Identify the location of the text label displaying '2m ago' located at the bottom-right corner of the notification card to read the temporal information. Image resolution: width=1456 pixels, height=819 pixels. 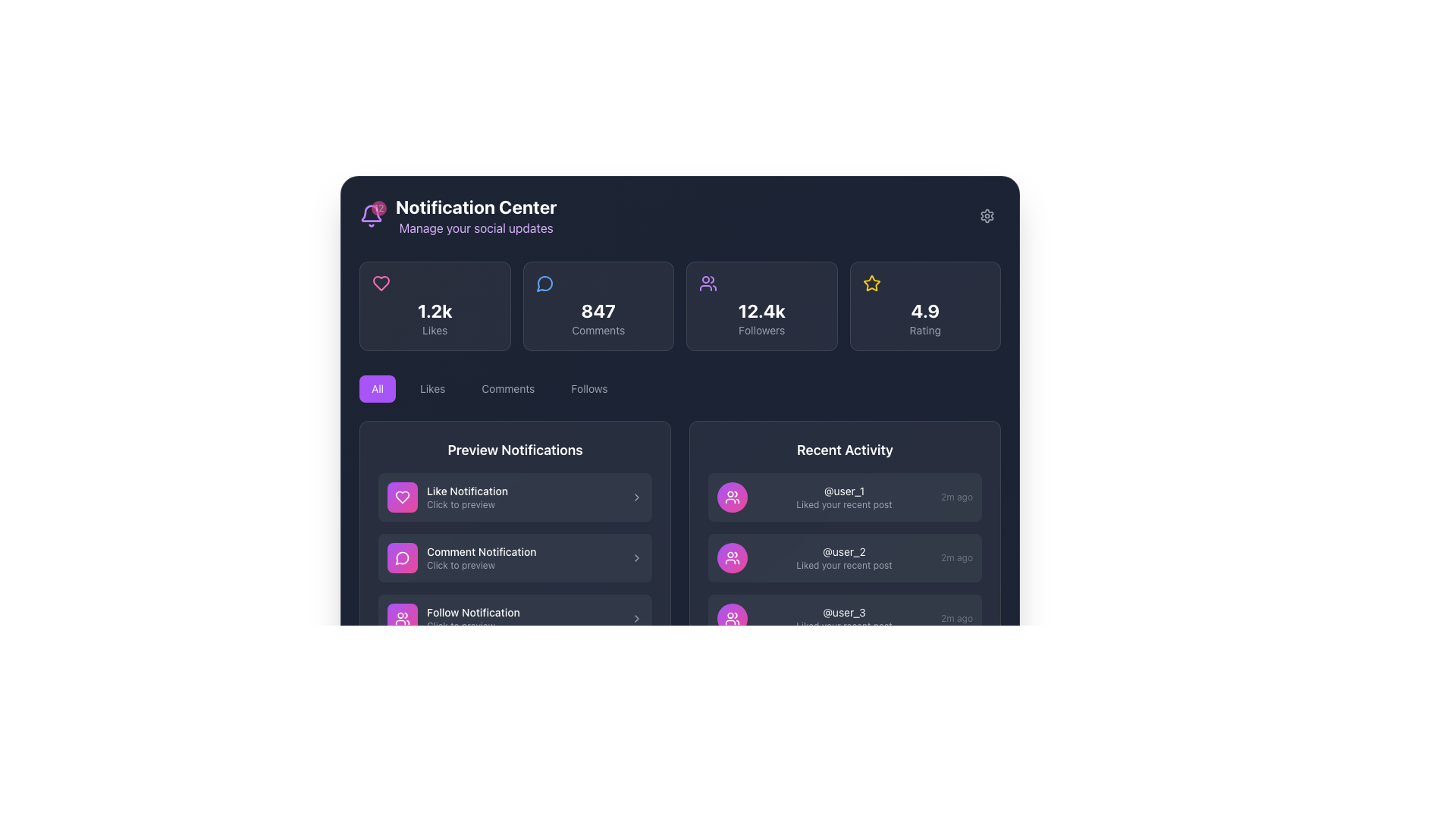
(956, 558).